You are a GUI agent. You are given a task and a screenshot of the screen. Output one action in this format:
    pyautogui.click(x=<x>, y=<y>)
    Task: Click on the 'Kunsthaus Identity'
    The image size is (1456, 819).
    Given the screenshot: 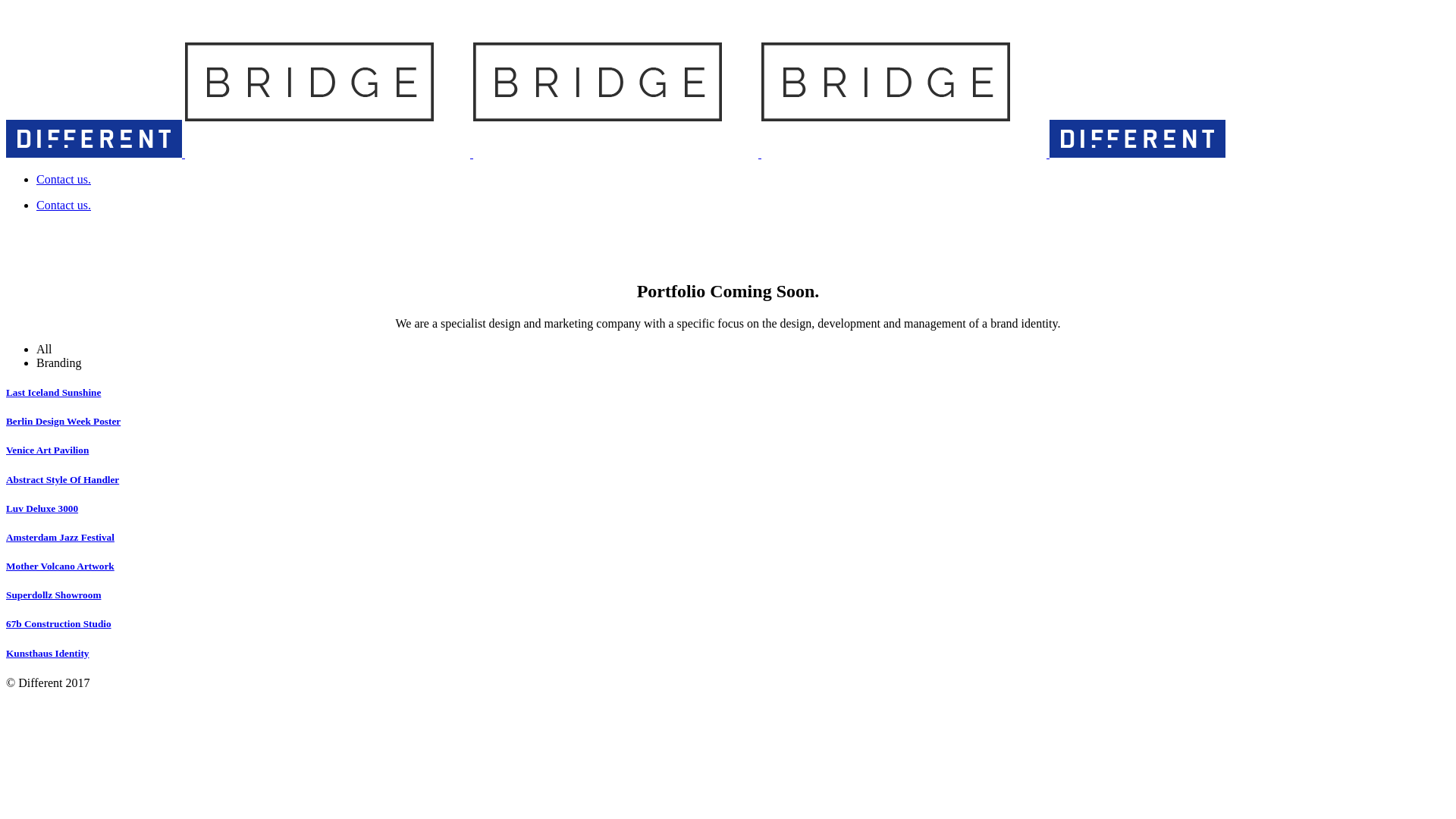 What is the action you would take?
    pyautogui.click(x=47, y=652)
    